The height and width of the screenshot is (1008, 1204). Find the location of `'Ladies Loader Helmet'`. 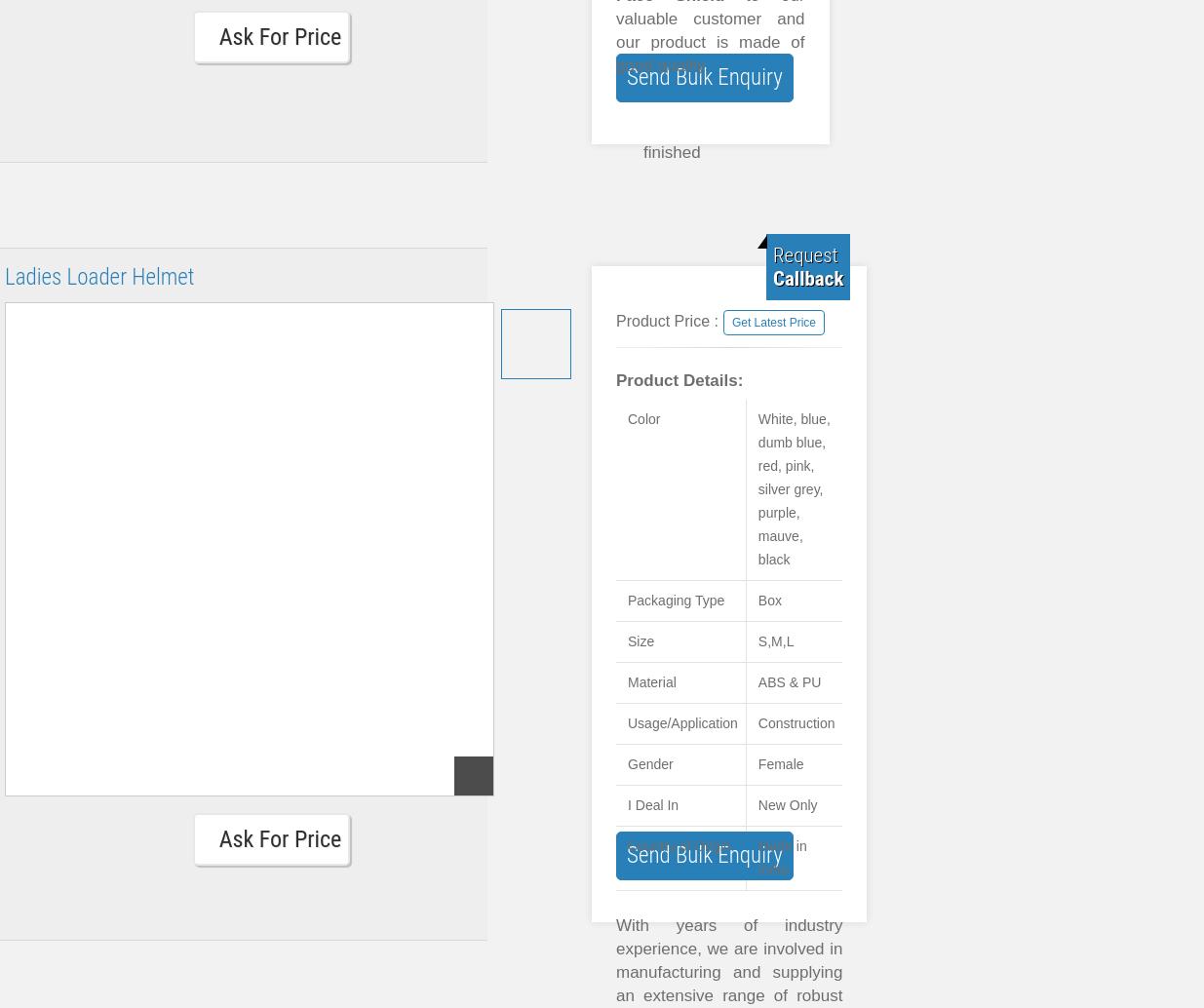

'Ladies Loader Helmet' is located at coordinates (98, 276).